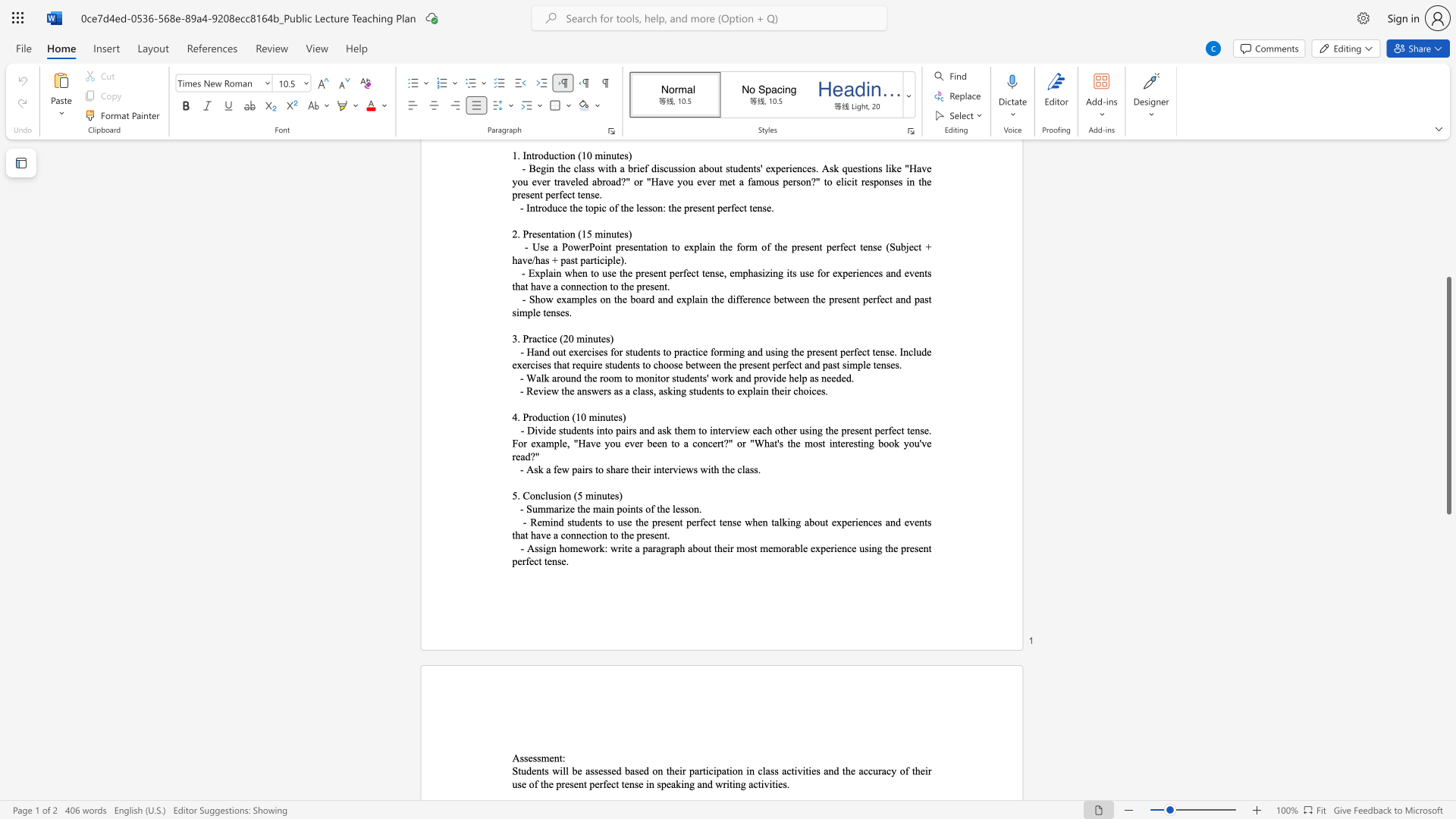 This screenshot has width=1456, height=819. What do you see at coordinates (777, 784) in the screenshot?
I see `the 17th character "i" in the text` at bounding box center [777, 784].